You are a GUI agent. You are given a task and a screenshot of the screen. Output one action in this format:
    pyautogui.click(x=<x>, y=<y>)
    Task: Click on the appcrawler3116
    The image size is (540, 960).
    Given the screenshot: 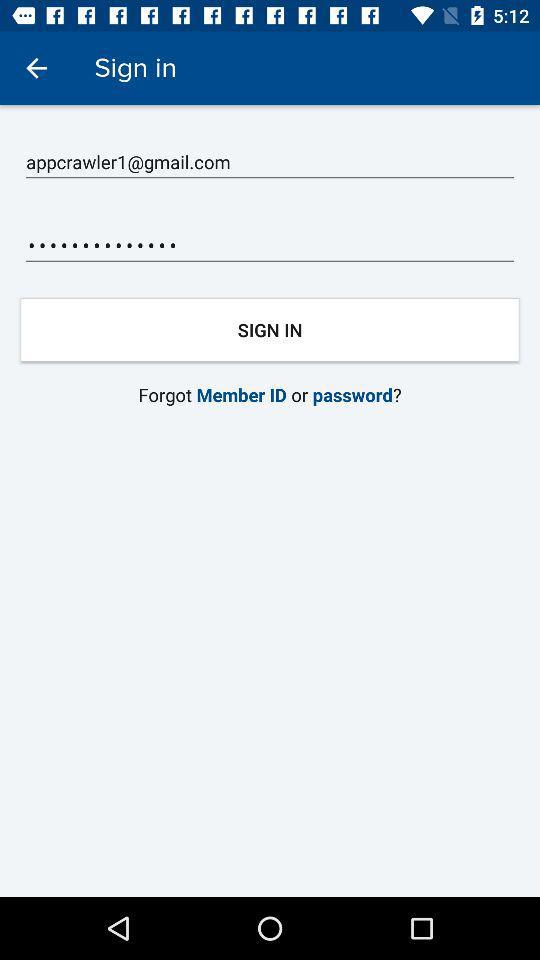 What is the action you would take?
    pyautogui.click(x=270, y=245)
    